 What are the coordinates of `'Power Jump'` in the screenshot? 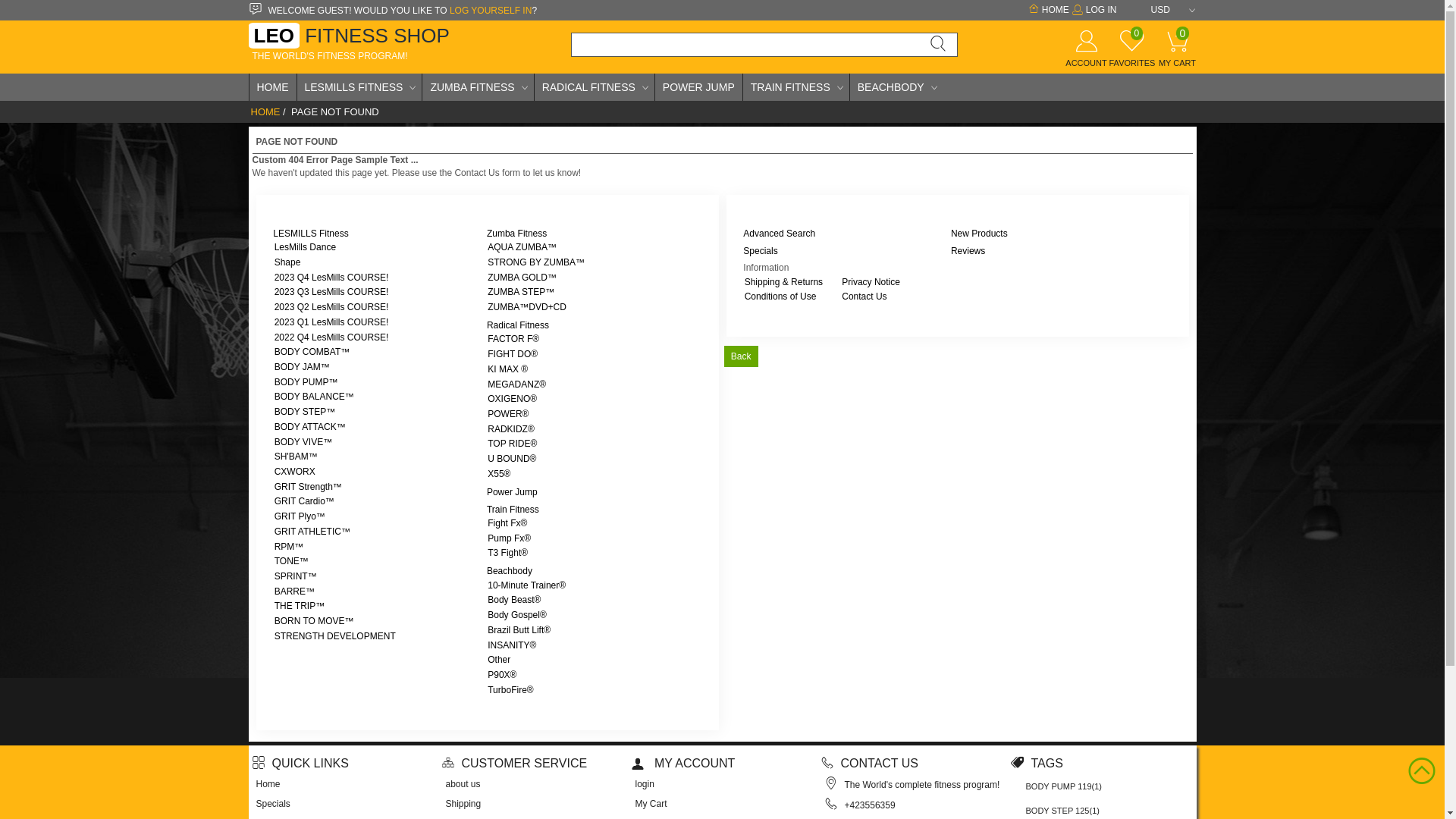 It's located at (512, 491).